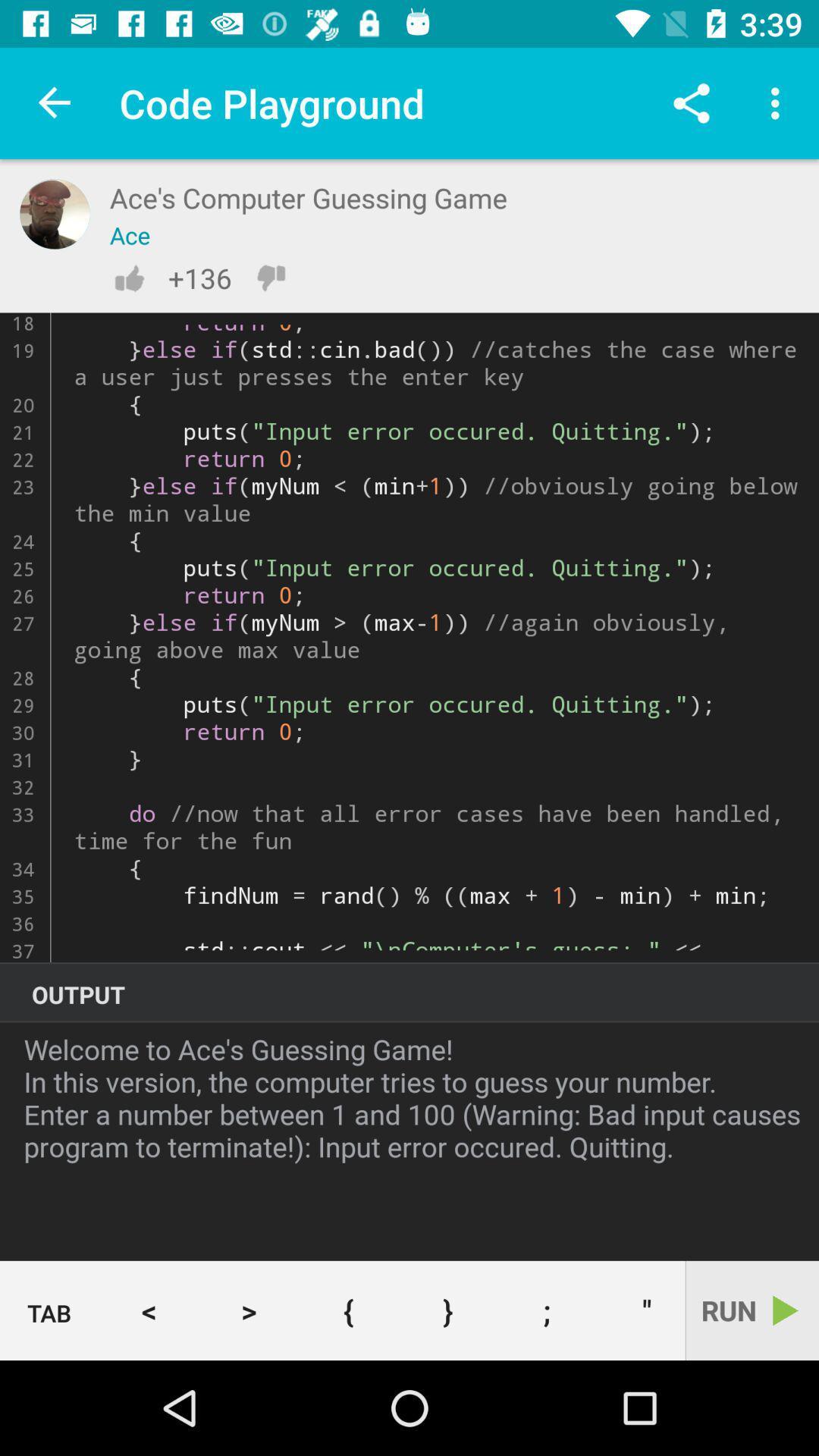 The width and height of the screenshot is (819, 1456). I want to click on the < item, so click(149, 1310).